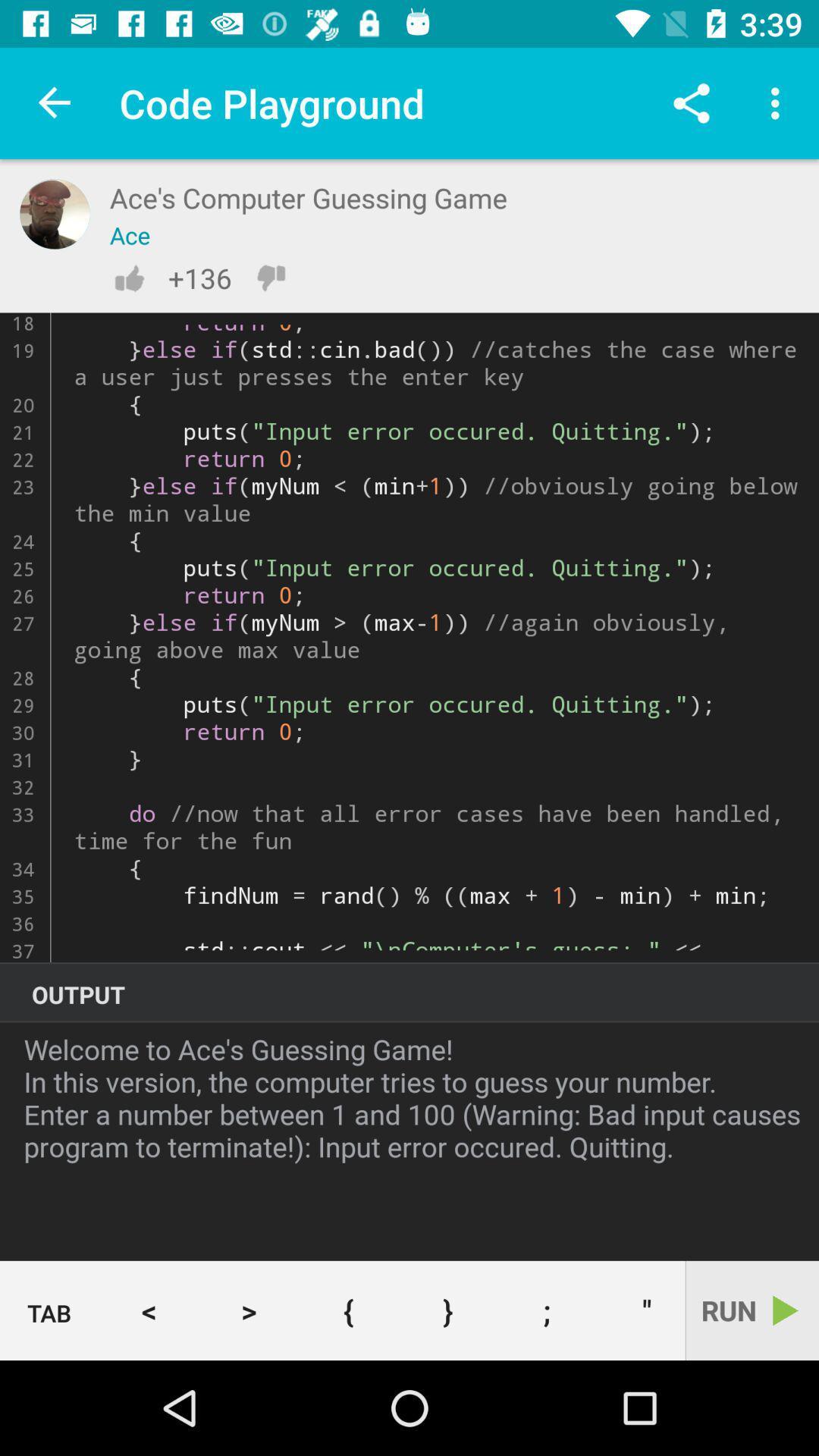 The width and height of the screenshot is (819, 1456). I want to click on the < item, so click(149, 1310).